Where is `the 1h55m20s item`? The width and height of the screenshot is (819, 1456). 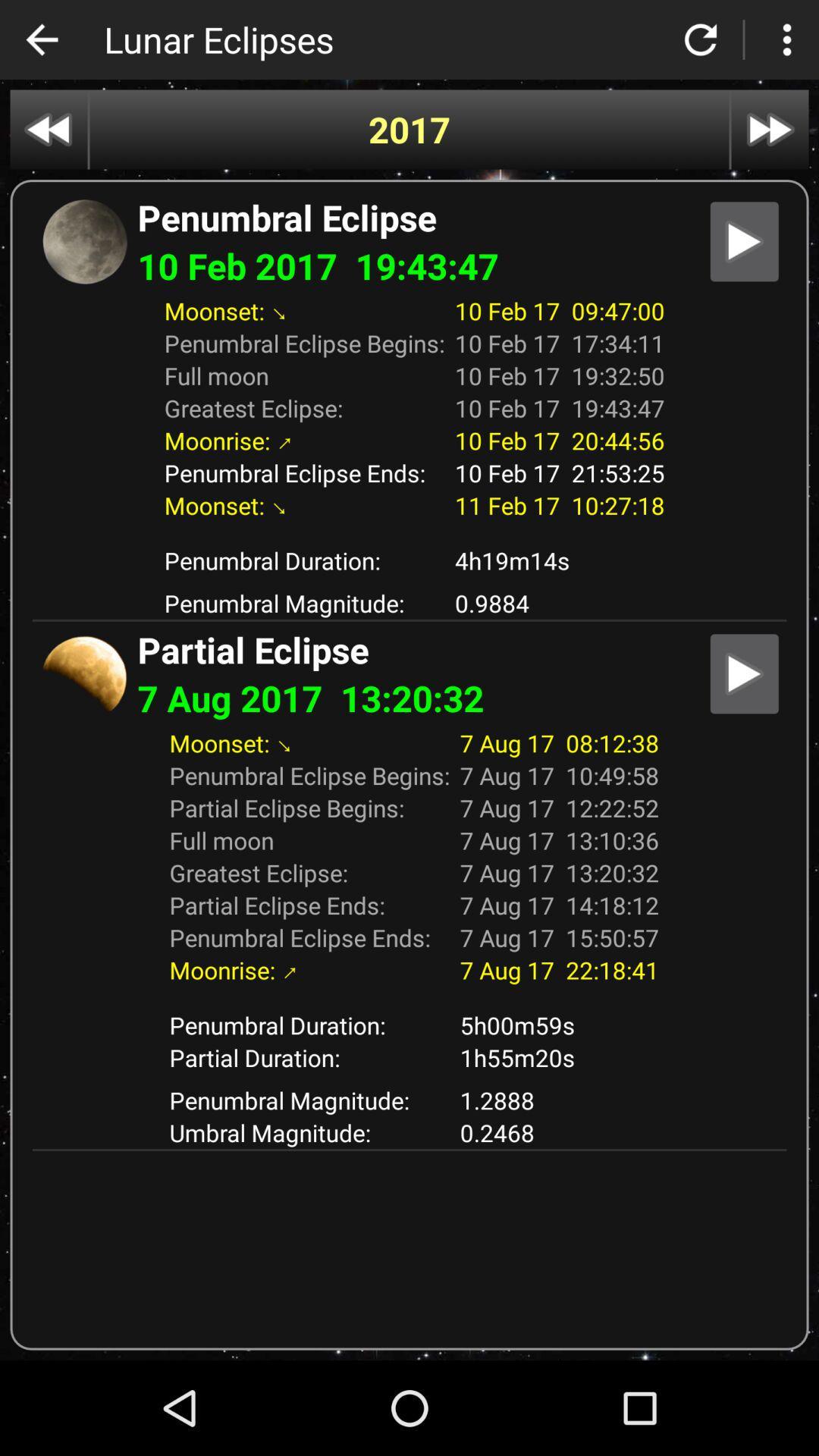
the 1h55m20s item is located at coordinates (559, 1056).